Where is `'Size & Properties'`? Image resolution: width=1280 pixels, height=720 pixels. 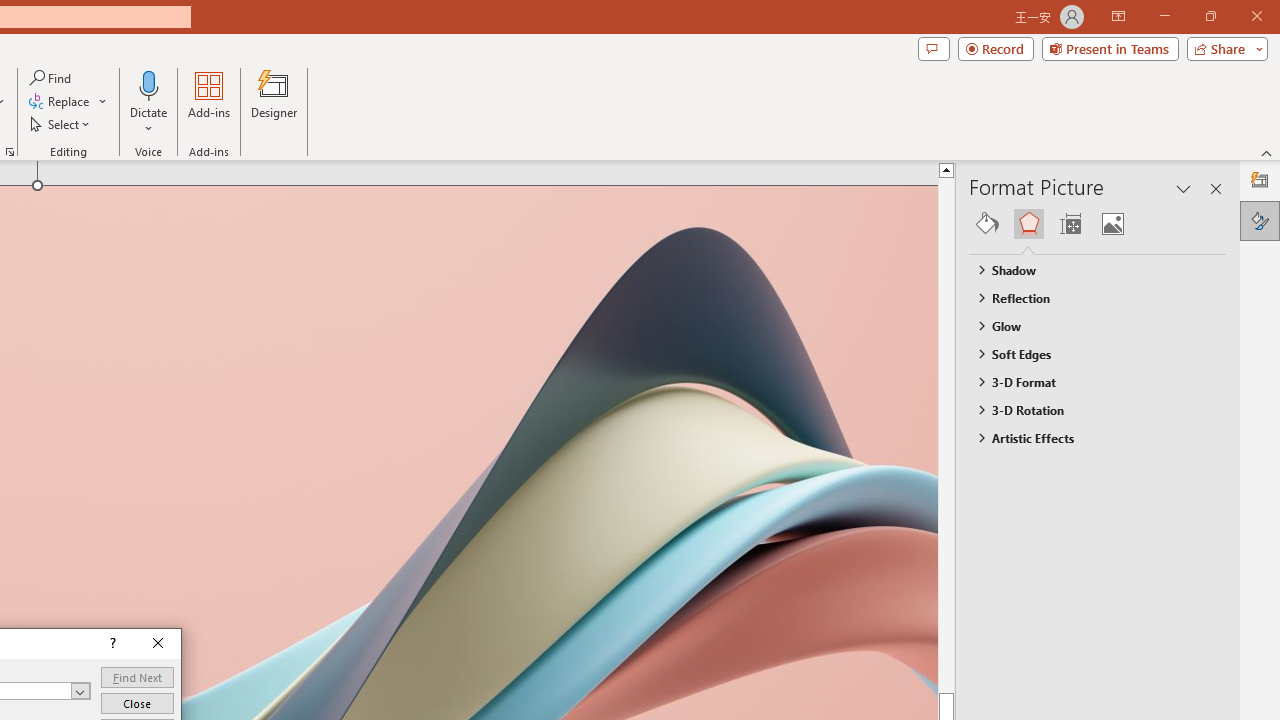 'Size & Properties' is located at coordinates (1069, 223).